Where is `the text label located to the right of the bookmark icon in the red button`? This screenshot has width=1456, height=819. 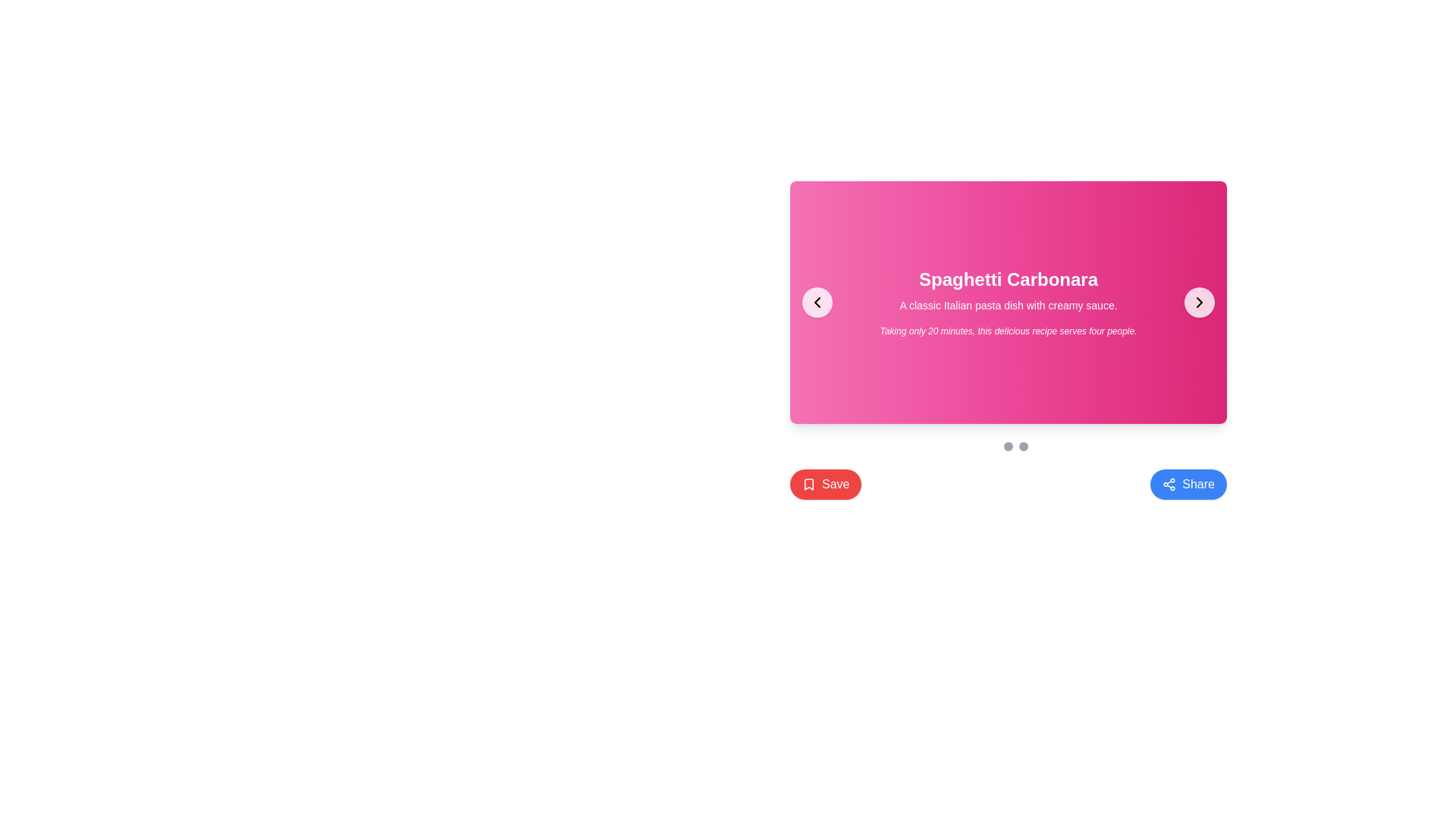
the text label located to the right of the bookmark icon in the red button is located at coordinates (835, 485).